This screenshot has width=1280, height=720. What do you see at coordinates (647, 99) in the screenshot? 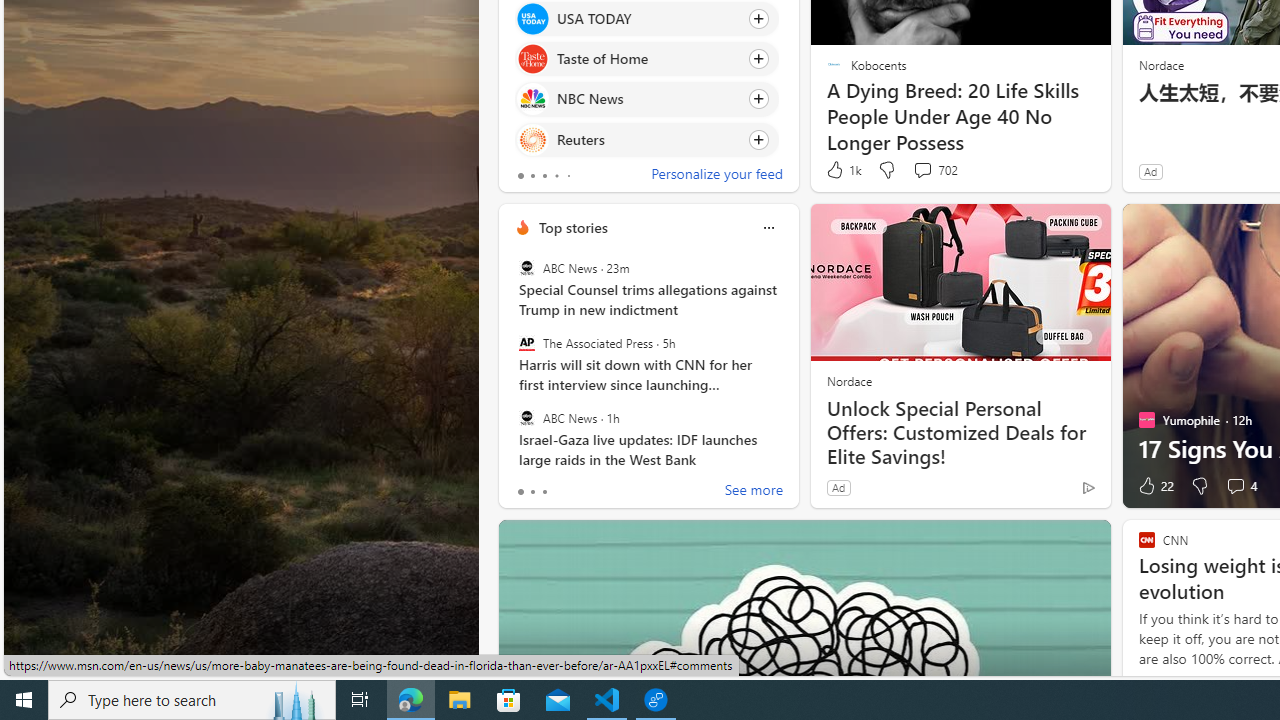
I see `'Click to follow source NBC News'` at bounding box center [647, 99].